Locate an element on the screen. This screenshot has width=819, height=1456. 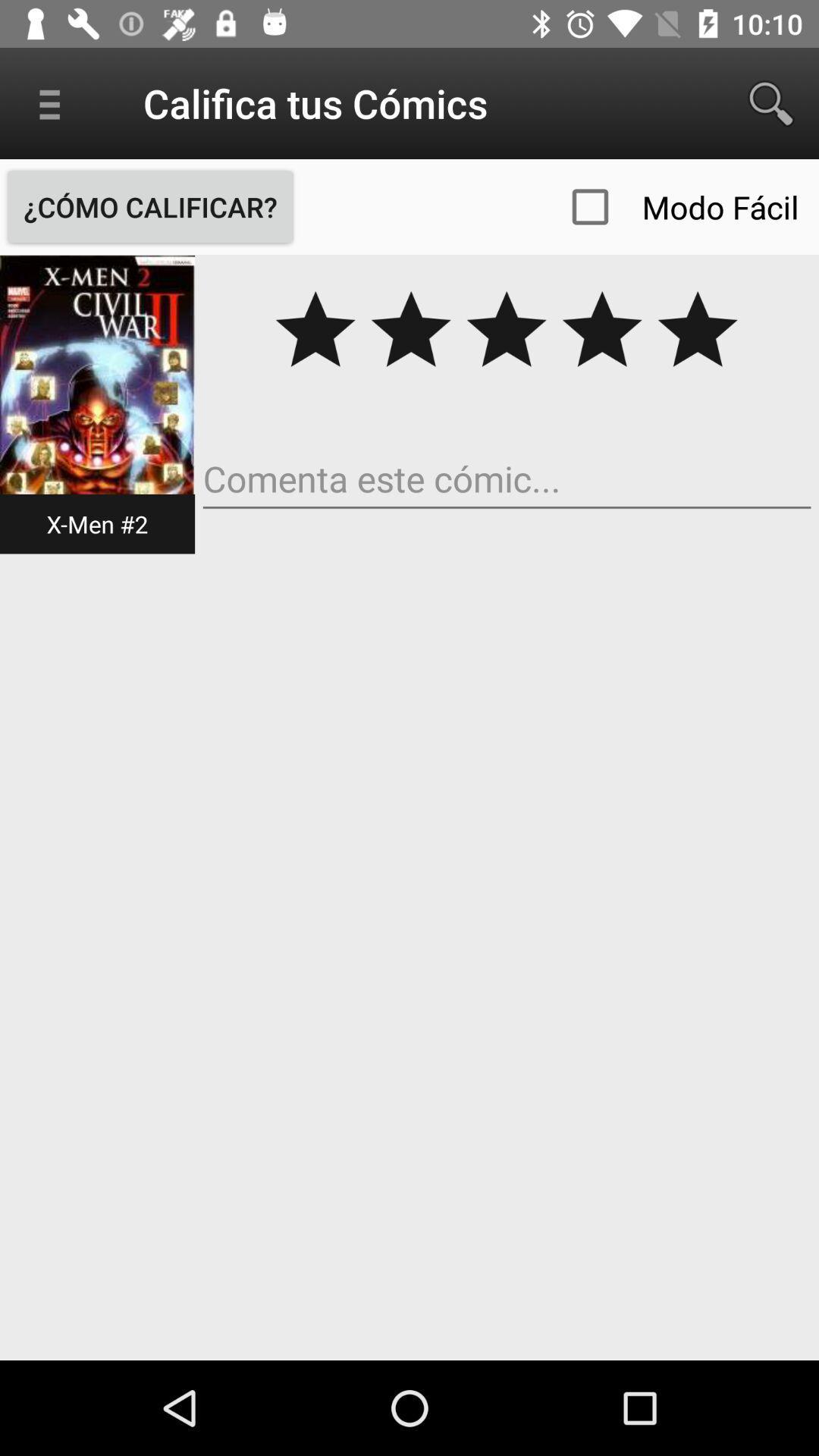
open image option is located at coordinates (97, 403).